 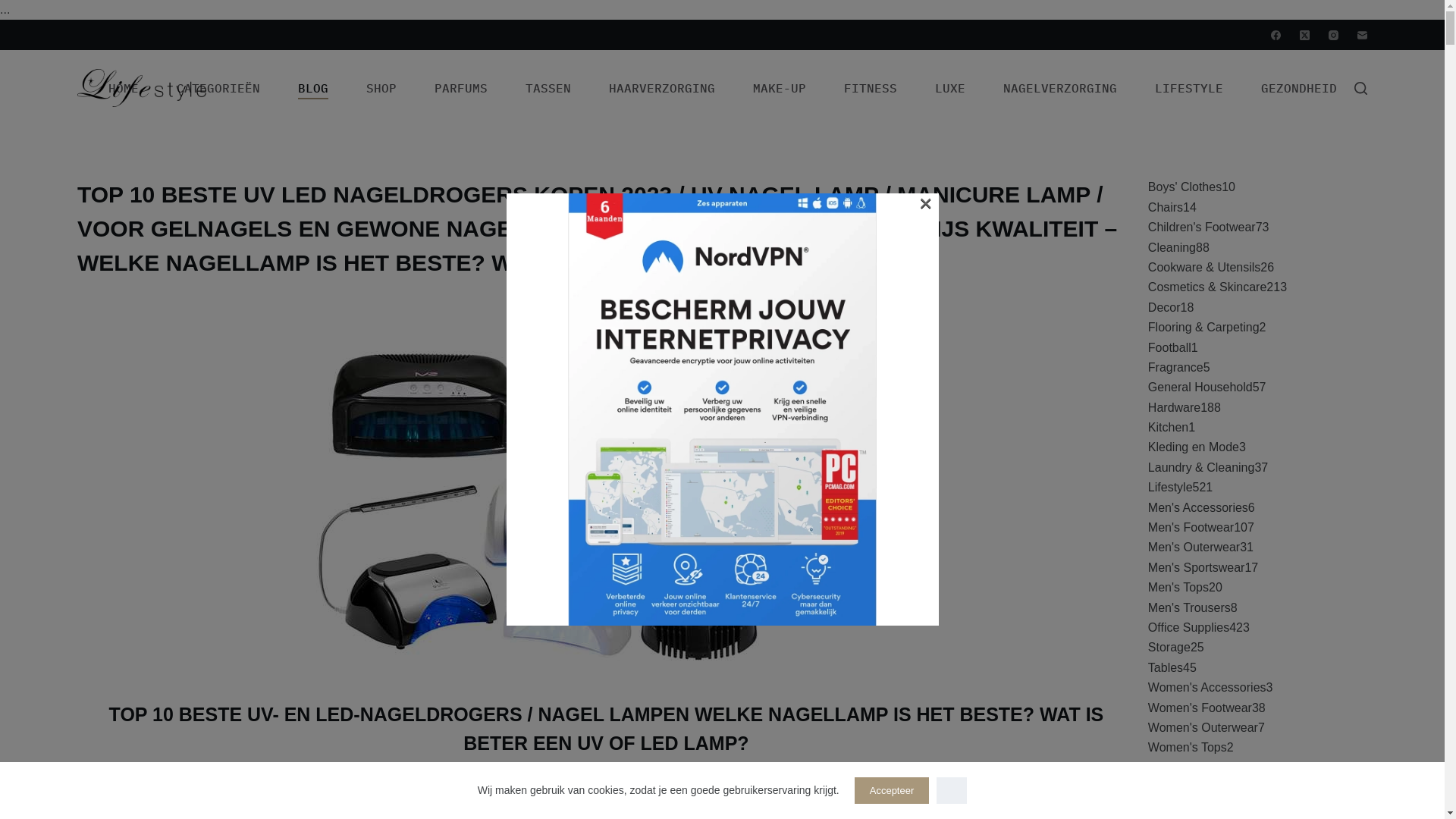 What do you see at coordinates (1147, 386) in the screenshot?
I see `'General Household'` at bounding box center [1147, 386].